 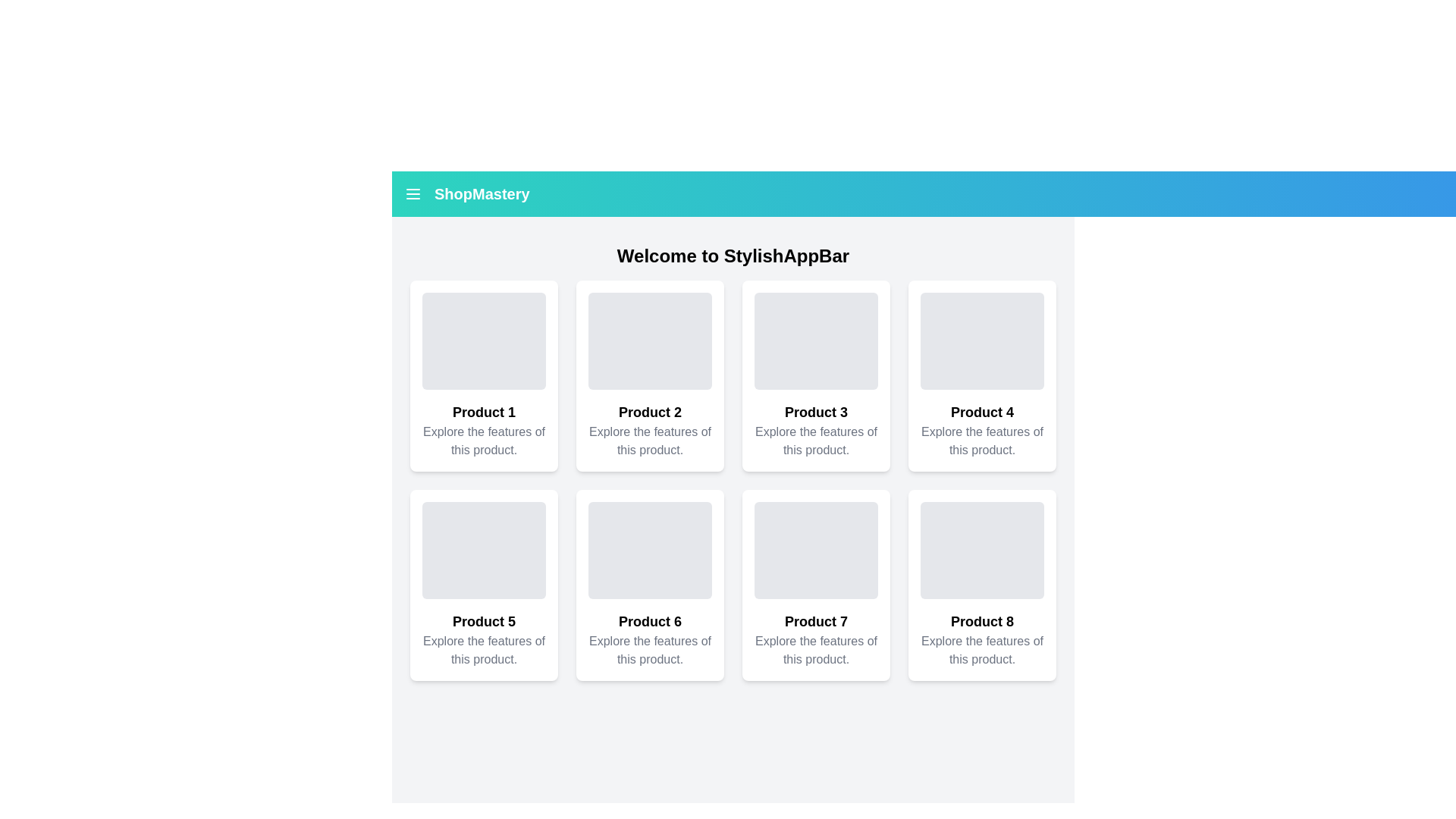 What do you see at coordinates (815, 441) in the screenshot?
I see `the text label displaying 'Explore the features of this product.' located below the 'Product 3' section` at bounding box center [815, 441].